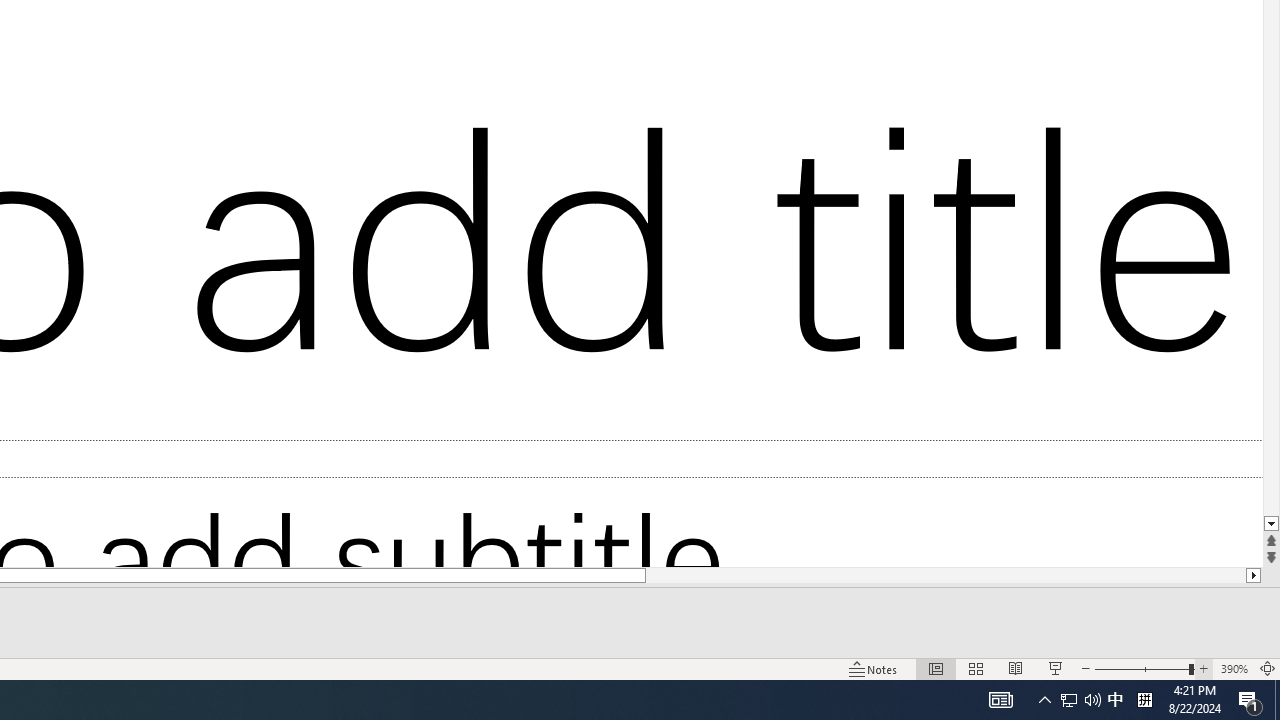 The width and height of the screenshot is (1280, 720). Describe the element at coordinates (1144, 669) in the screenshot. I see `'Zoom'` at that location.